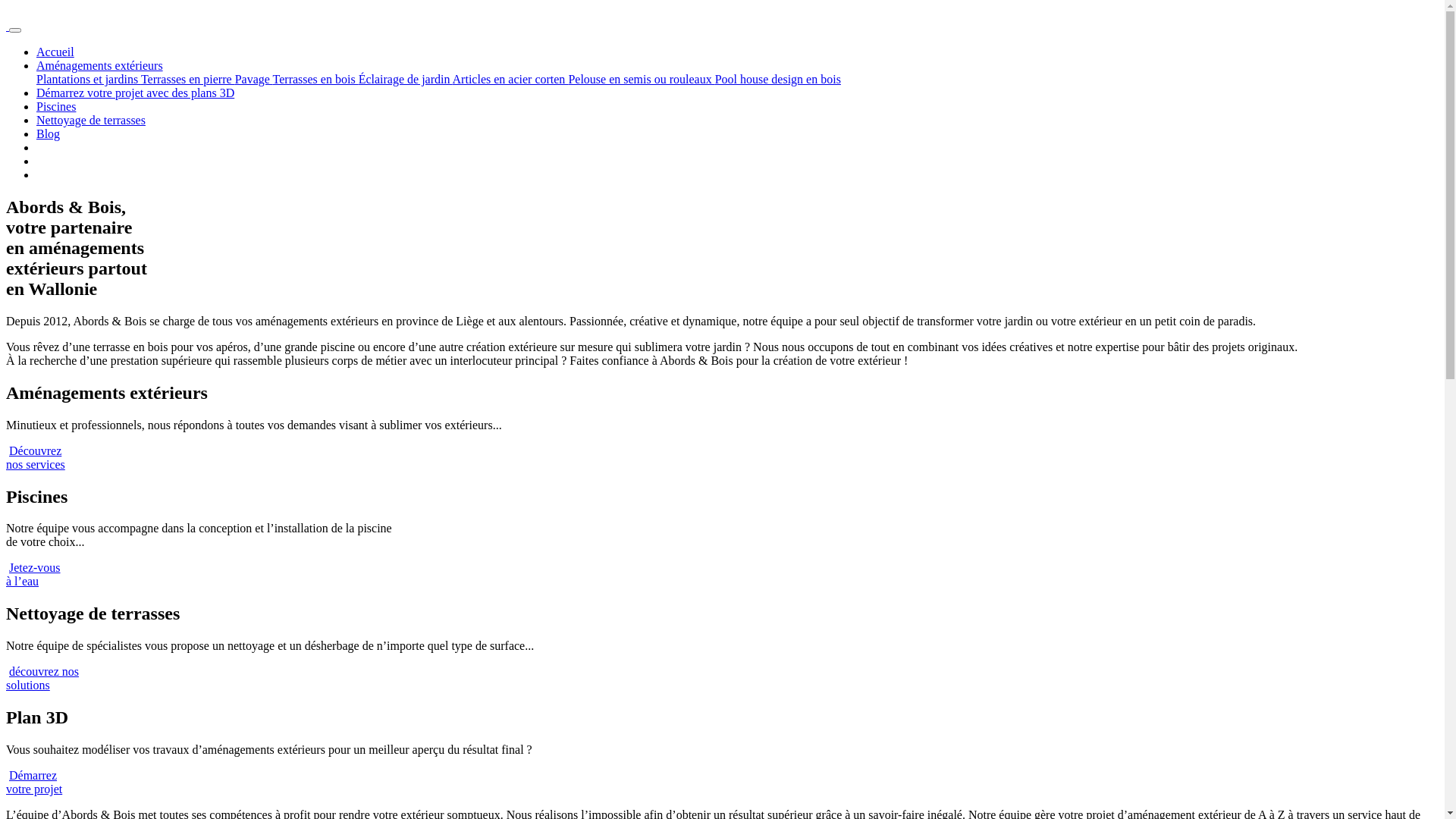 Image resolution: width=1456 pixels, height=819 pixels. Describe the element at coordinates (566, 79) in the screenshot. I see `'Pelouse en semis ou rouleaux'` at that location.